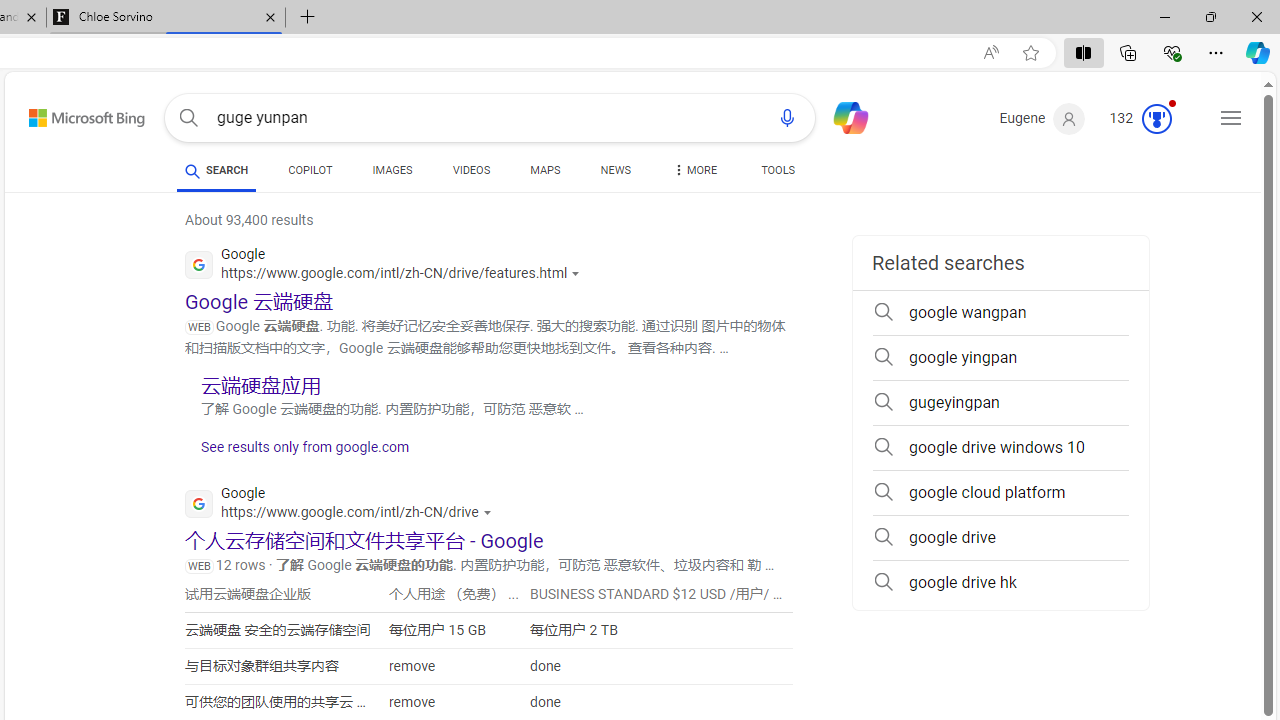 Image resolution: width=1280 pixels, height=720 pixels. What do you see at coordinates (1164, 16) in the screenshot?
I see `'Minimize'` at bounding box center [1164, 16].